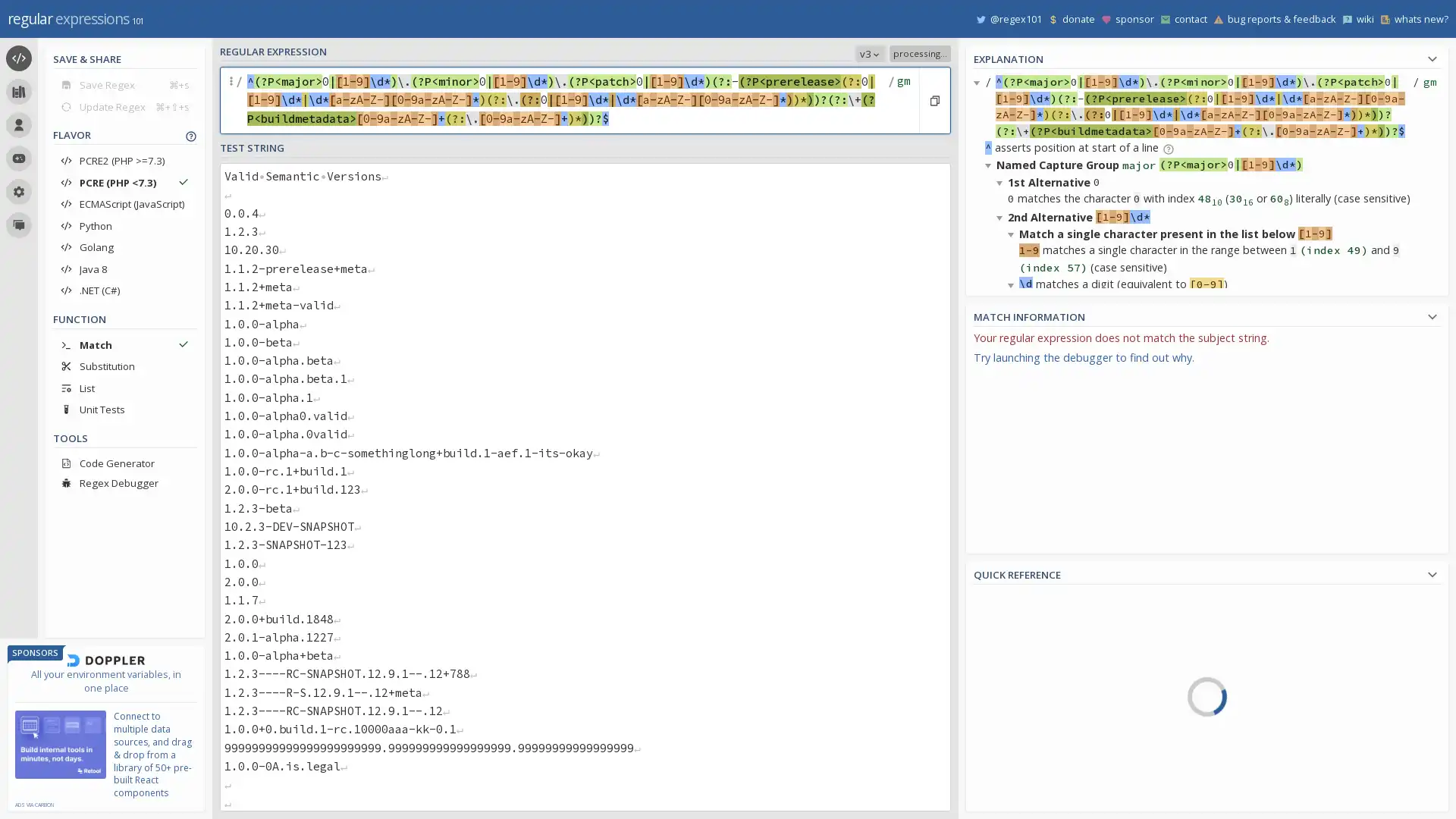 The height and width of the screenshot is (819, 1456). Describe the element at coordinates (1002, 371) in the screenshot. I see `Collapse Subtree` at that location.